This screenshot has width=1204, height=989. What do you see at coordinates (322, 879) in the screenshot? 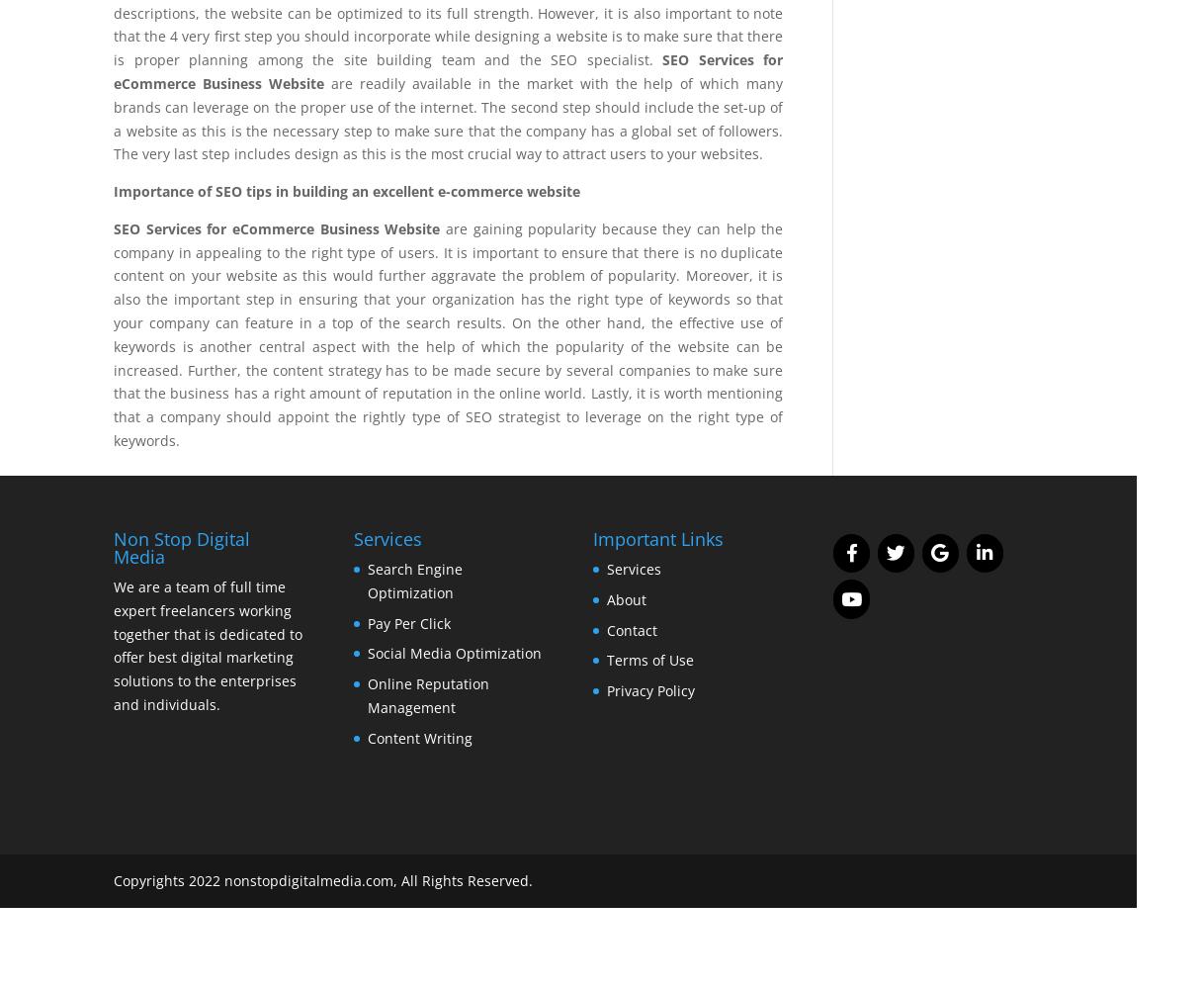
I see `'Copyrights 2022 nonstopdigitalmedia.com, All Rights Reserved.'` at bounding box center [322, 879].